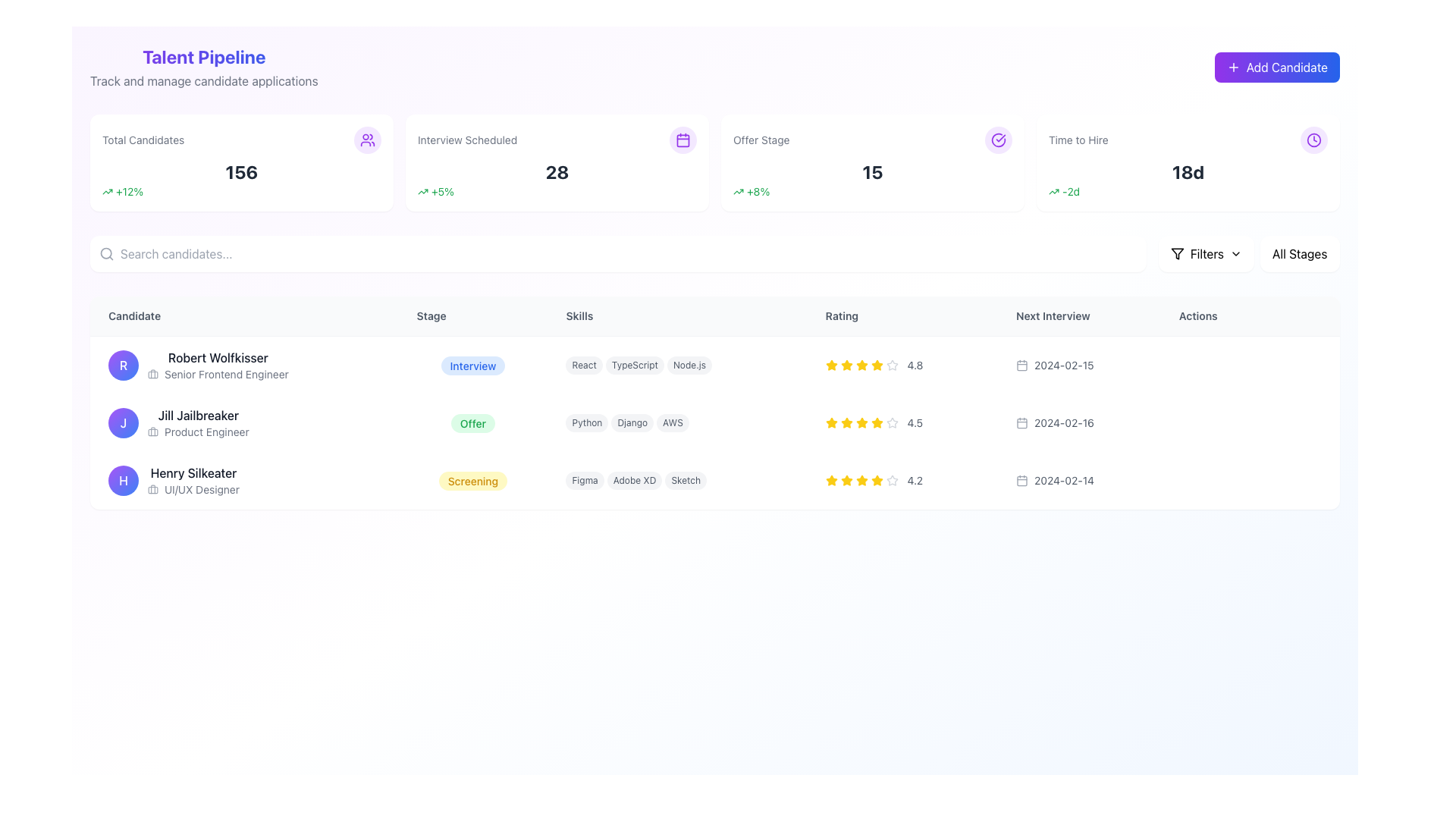 This screenshot has width=1456, height=819. Describe the element at coordinates (861, 423) in the screenshot. I see `the fourth star icon in the 'Rating' column of the second row in the data table, which visually indicates a rating of 4.5` at that location.